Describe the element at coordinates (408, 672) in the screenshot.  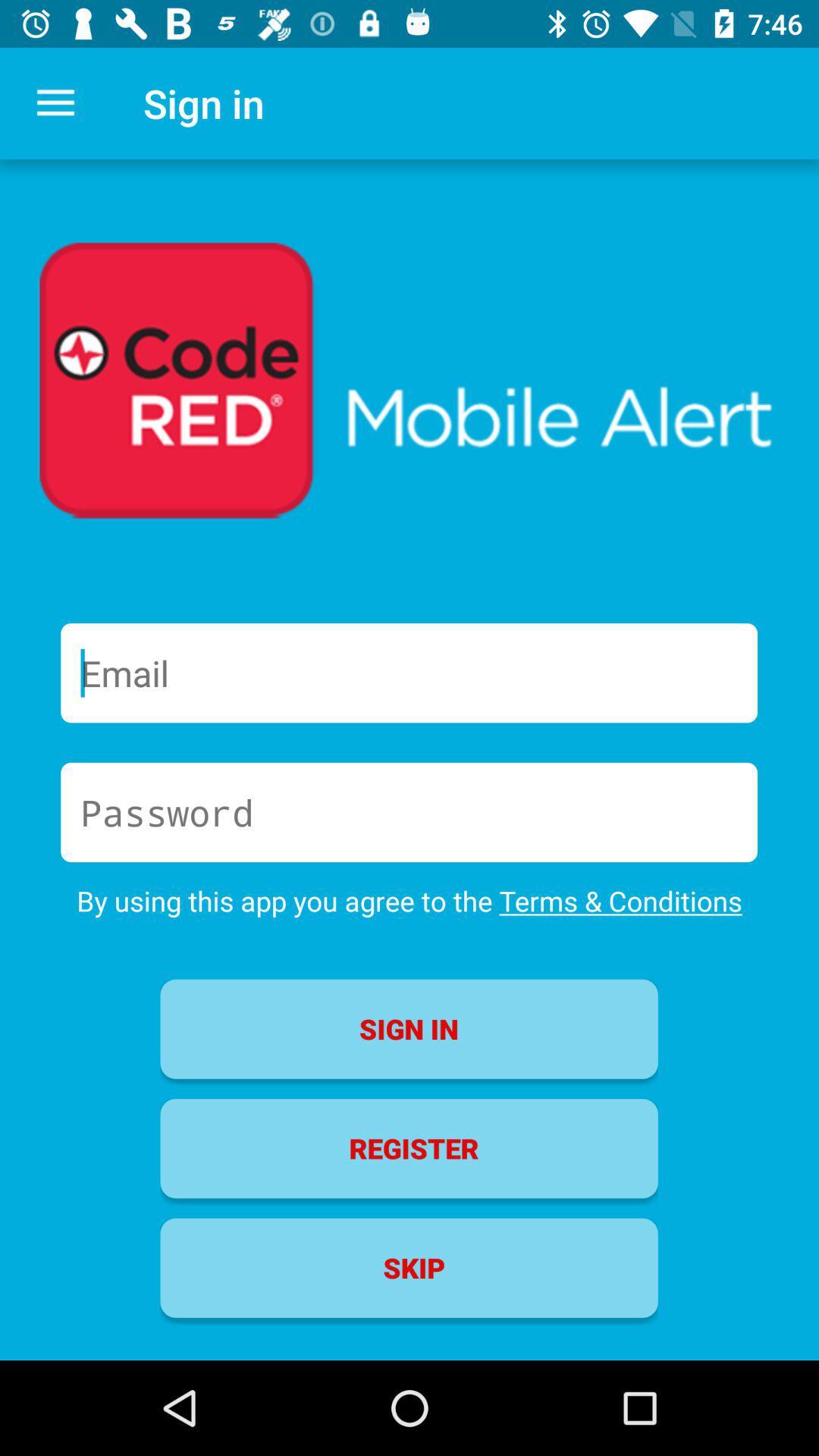
I see `email address` at that location.